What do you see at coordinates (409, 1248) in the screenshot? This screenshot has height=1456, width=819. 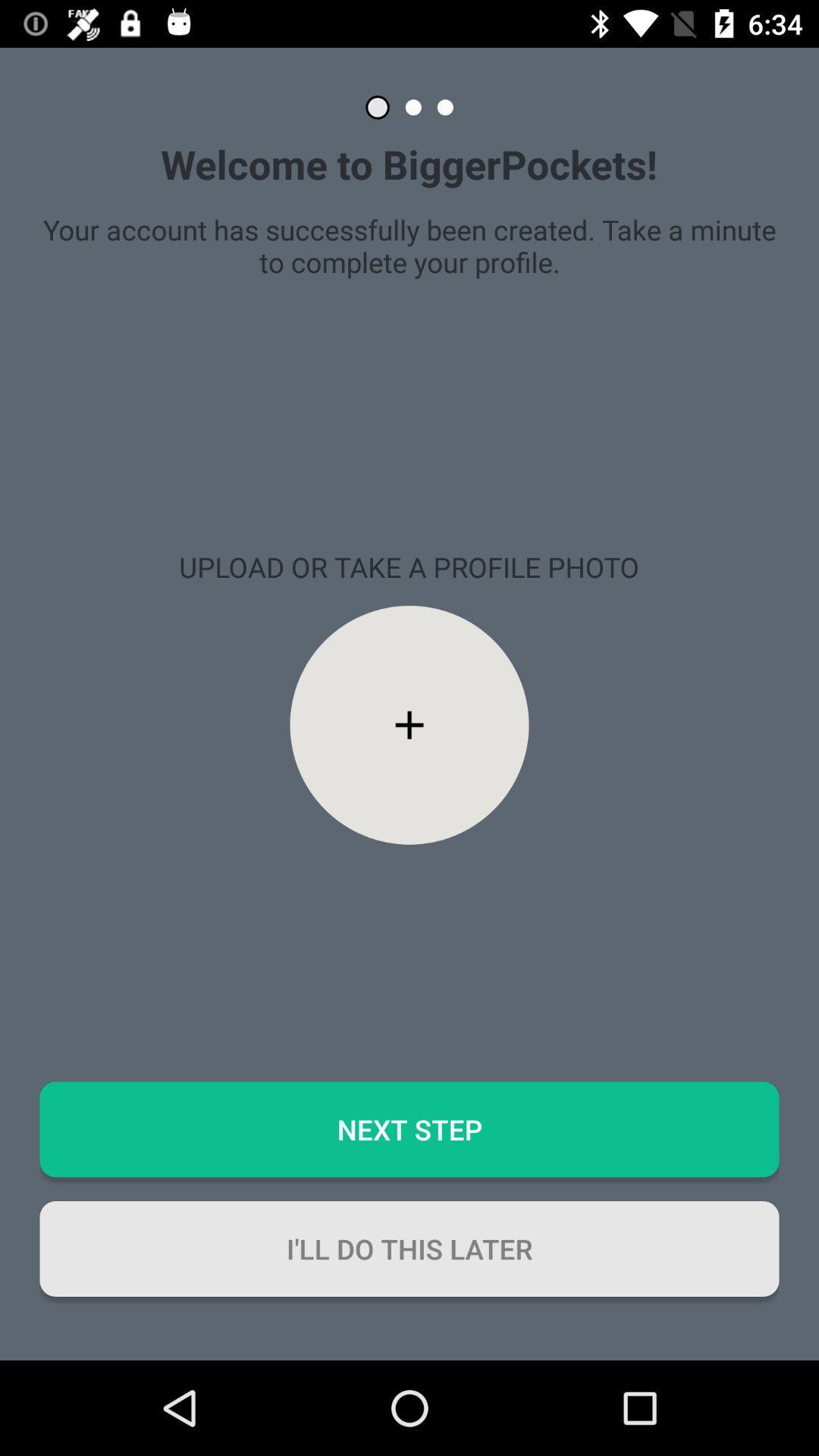 I see `i ll do icon` at bounding box center [409, 1248].